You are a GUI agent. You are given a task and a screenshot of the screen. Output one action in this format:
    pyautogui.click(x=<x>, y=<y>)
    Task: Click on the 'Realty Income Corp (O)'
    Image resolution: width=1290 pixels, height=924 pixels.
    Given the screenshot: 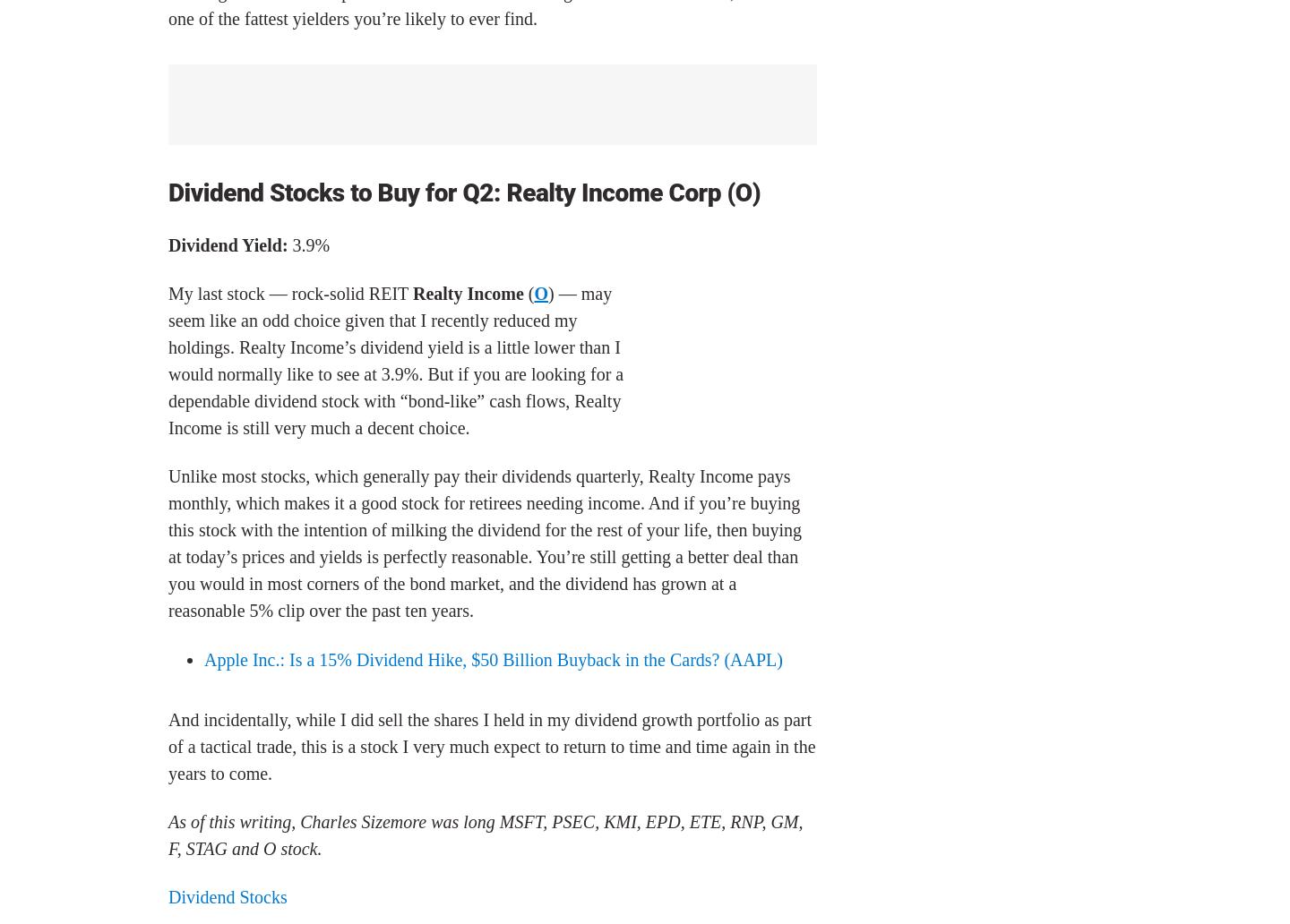 What is the action you would take?
    pyautogui.click(x=506, y=192)
    